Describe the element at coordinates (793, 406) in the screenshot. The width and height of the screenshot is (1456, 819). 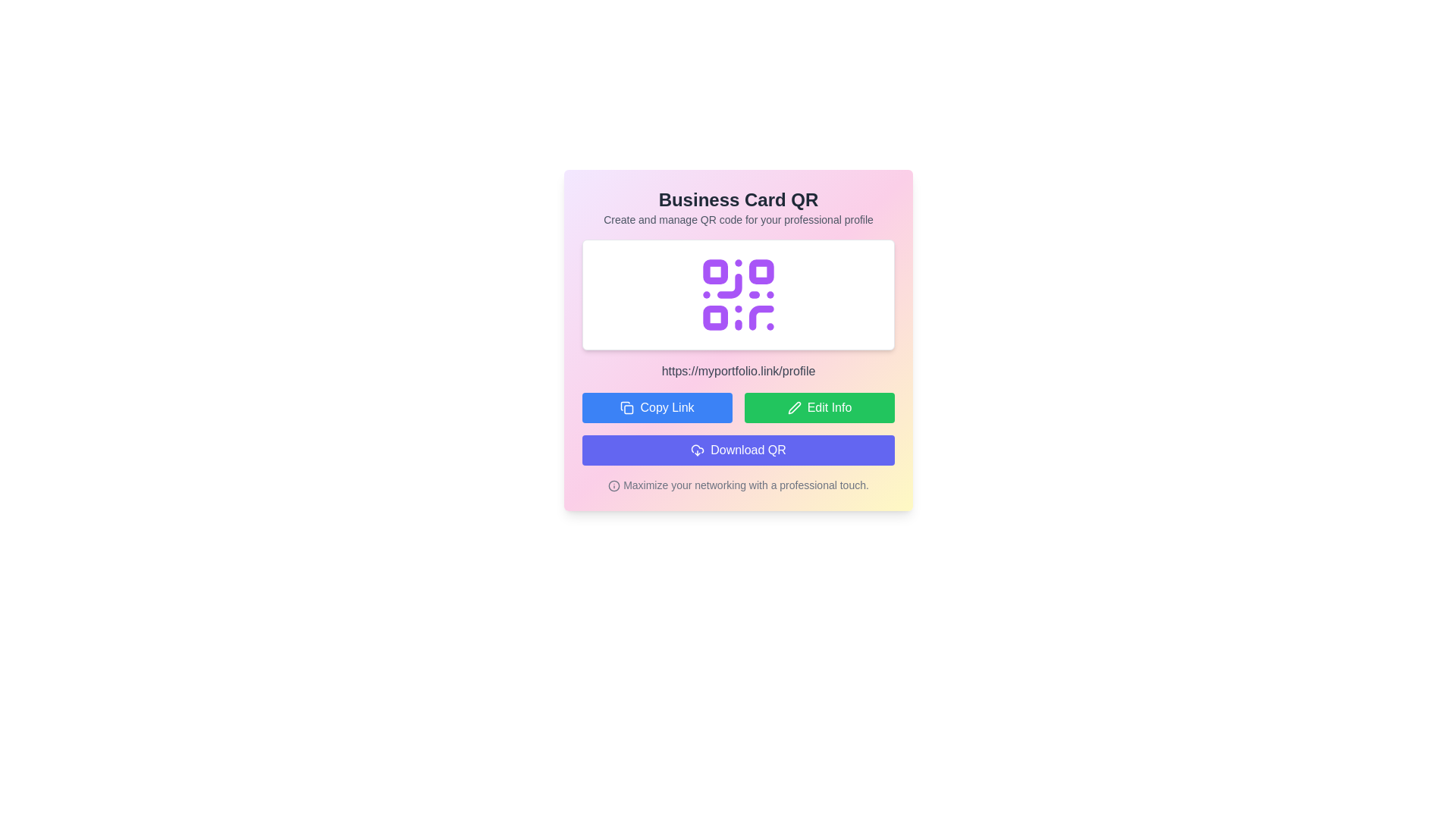
I see `the 'Edit' icon located in the top-right area of the 'Business Card QR' interface card, which is visually represented by an editing icon` at that location.